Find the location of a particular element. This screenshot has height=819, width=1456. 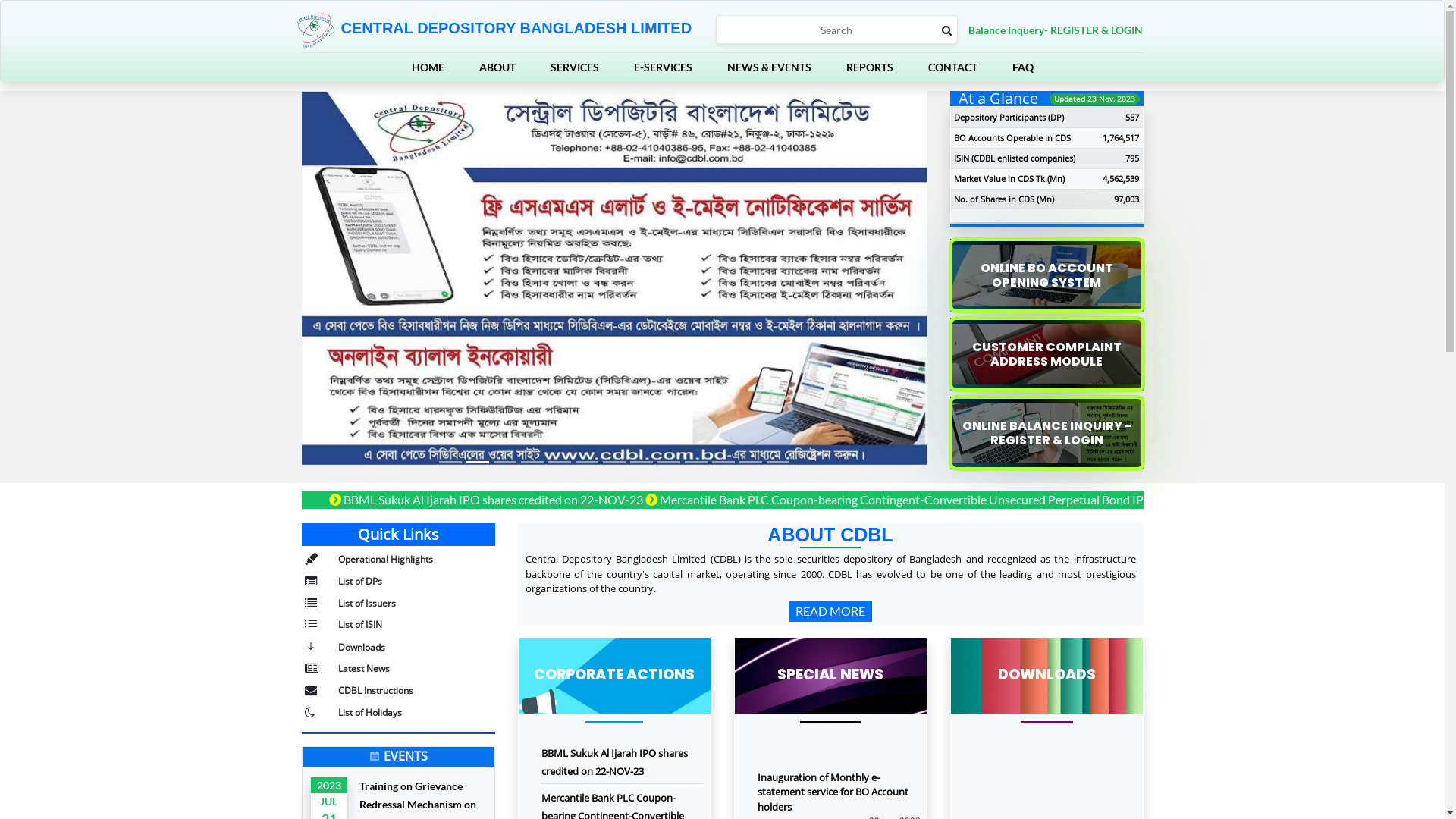

'ONLINE BALANCE INQUIRY - REGISTER & LOGIN' is located at coordinates (1045, 432).